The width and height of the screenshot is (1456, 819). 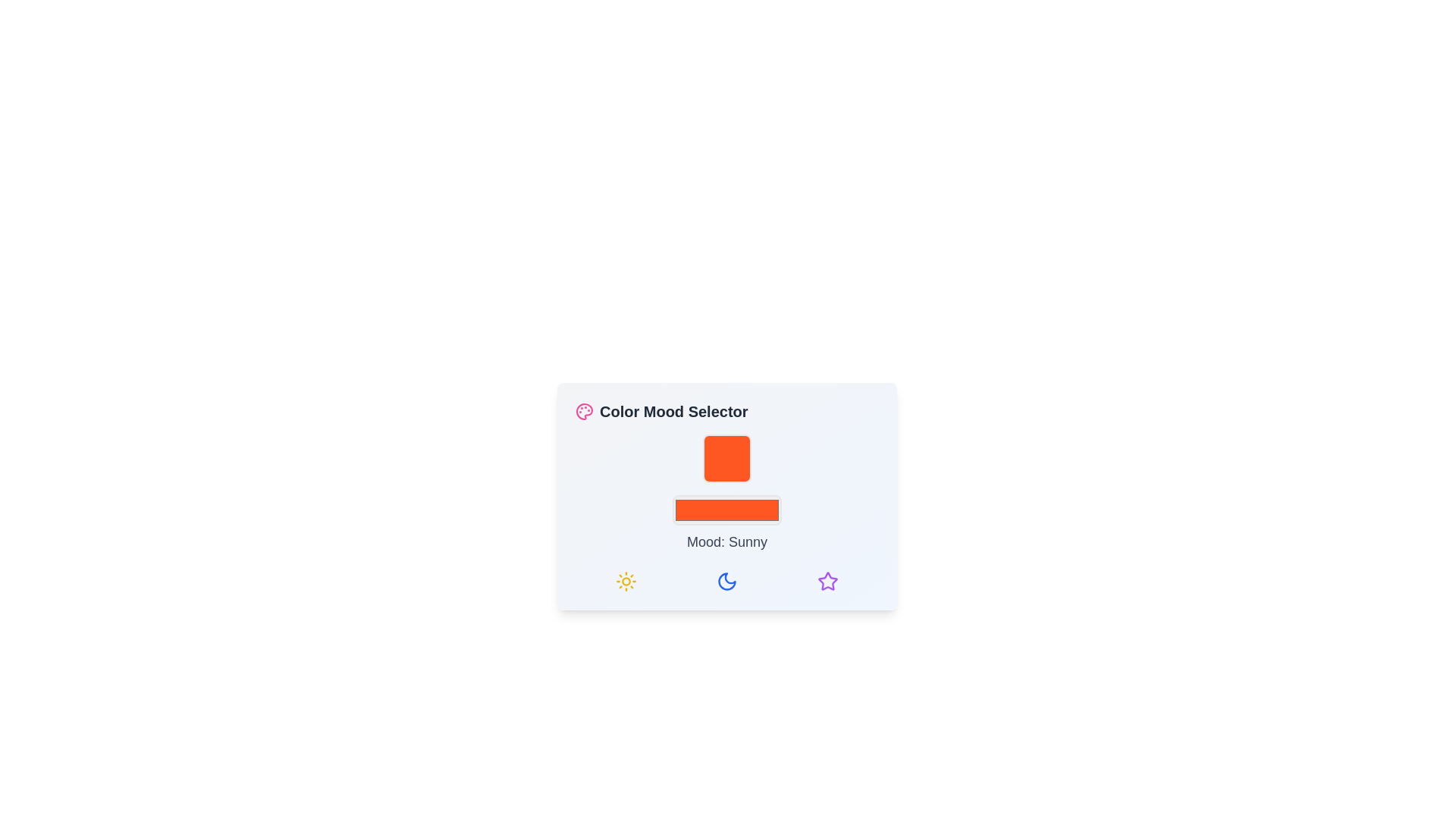 What do you see at coordinates (726, 581) in the screenshot?
I see `the group of selectable icons representing mood or theme options, which includes a yellow sun, a blue moon, and a purple star, located below the text 'Mood: Sunny'` at bounding box center [726, 581].